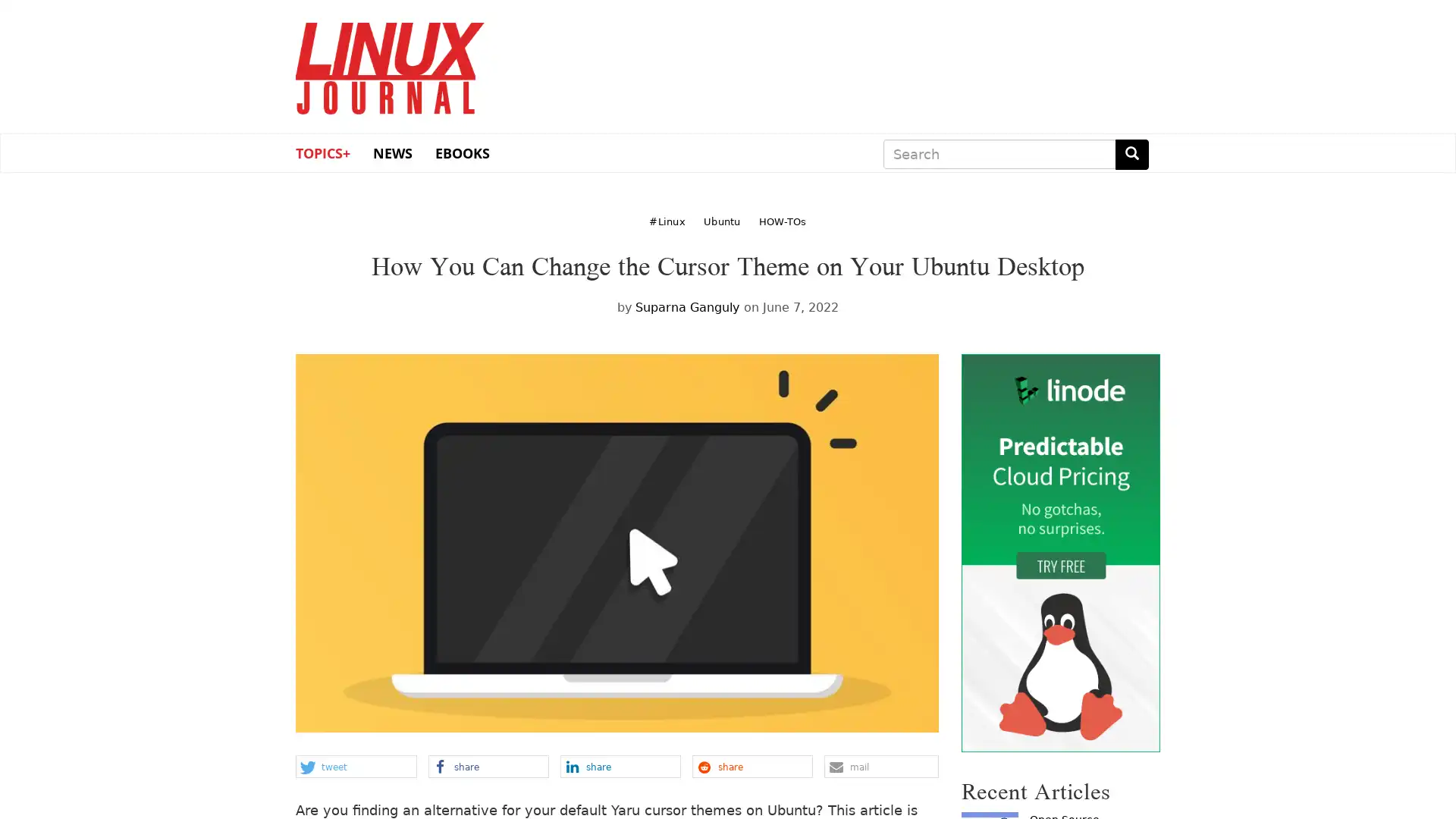  I want to click on Share on Facebook, so click(488, 766).